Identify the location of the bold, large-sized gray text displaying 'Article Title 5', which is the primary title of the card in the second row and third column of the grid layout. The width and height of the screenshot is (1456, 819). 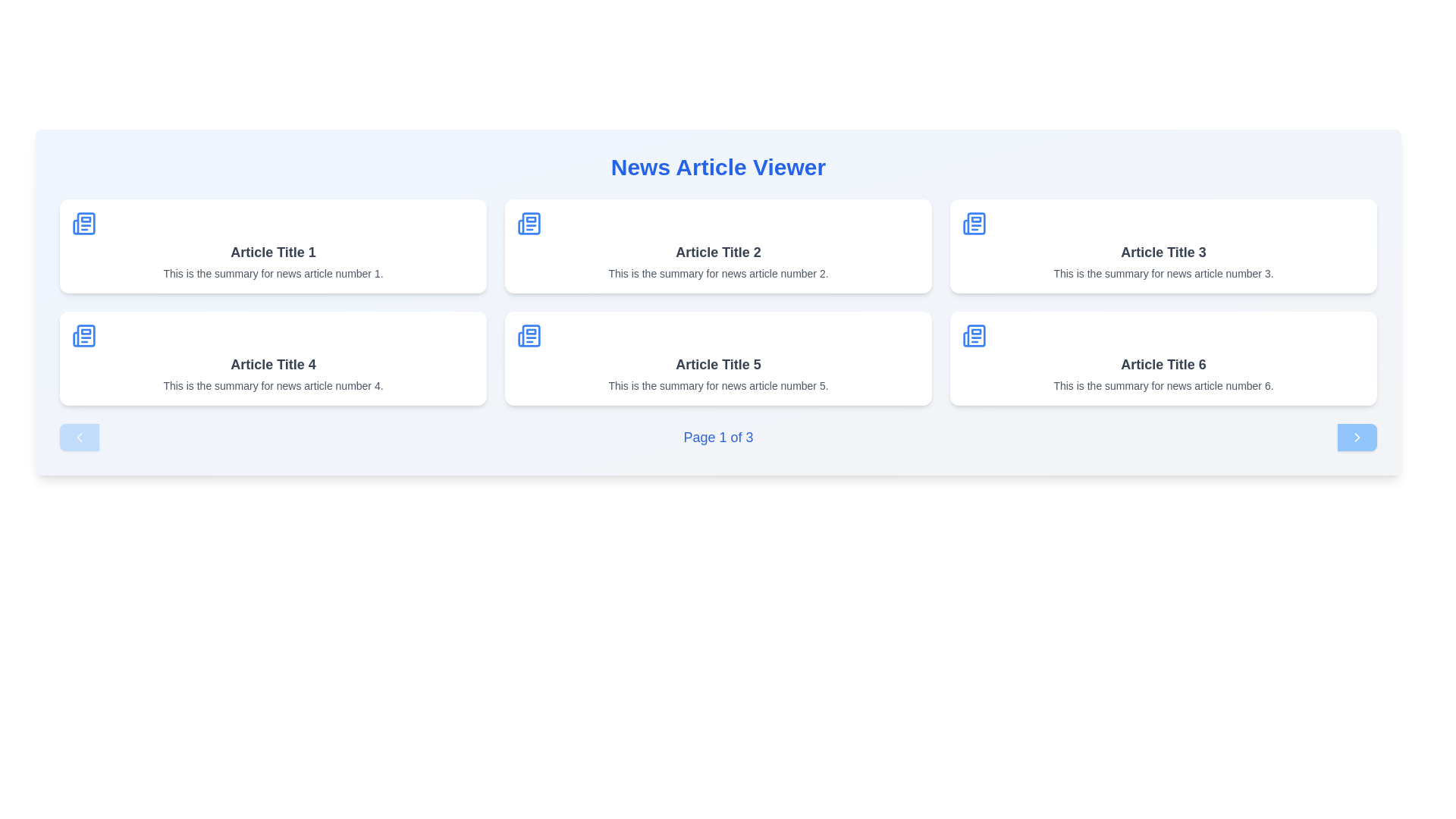
(717, 365).